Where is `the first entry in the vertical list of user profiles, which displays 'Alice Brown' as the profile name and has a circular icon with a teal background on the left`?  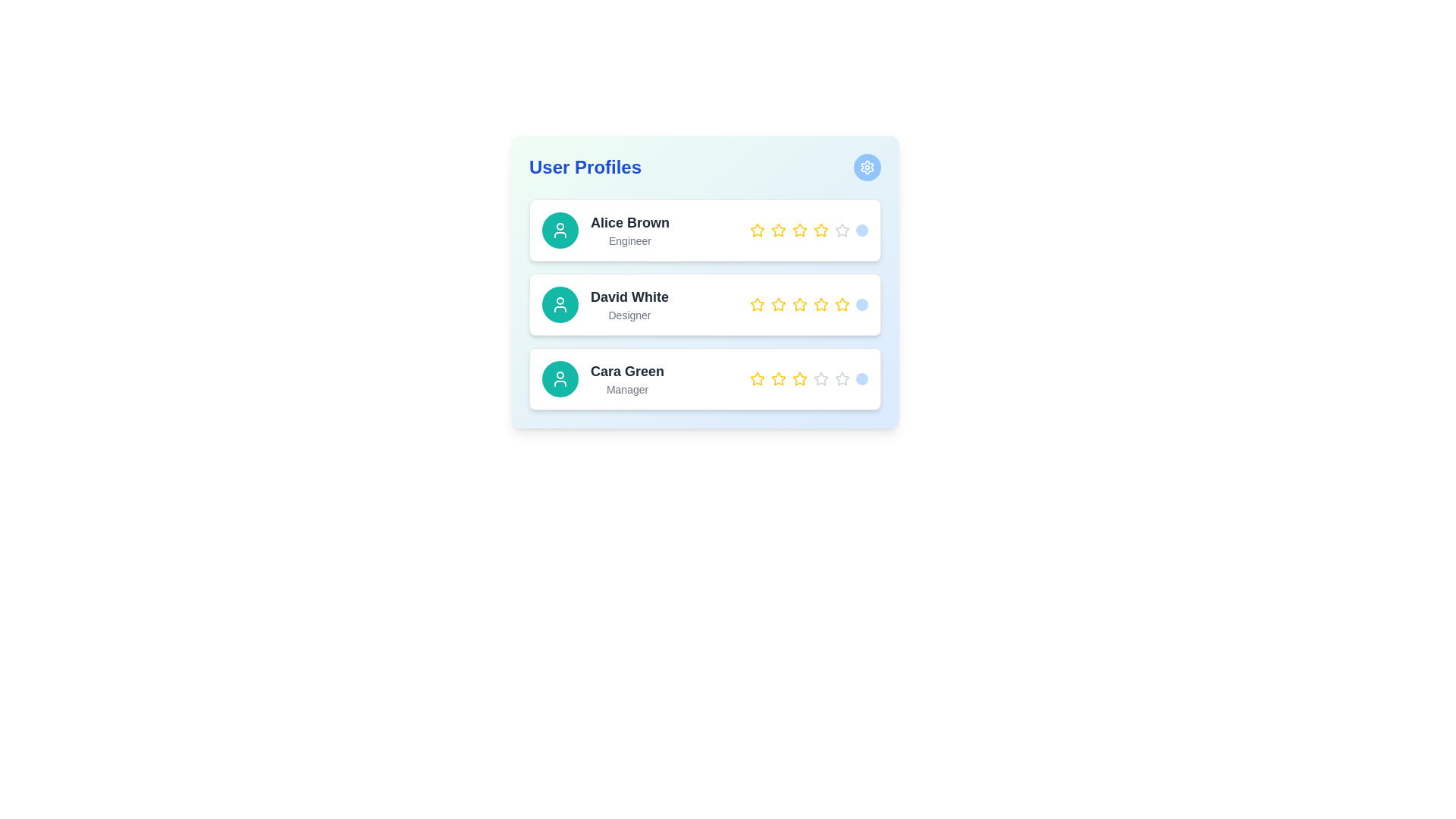 the first entry in the vertical list of user profiles, which displays 'Alice Brown' as the profile name and has a circular icon with a teal background on the left is located at coordinates (605, 231).